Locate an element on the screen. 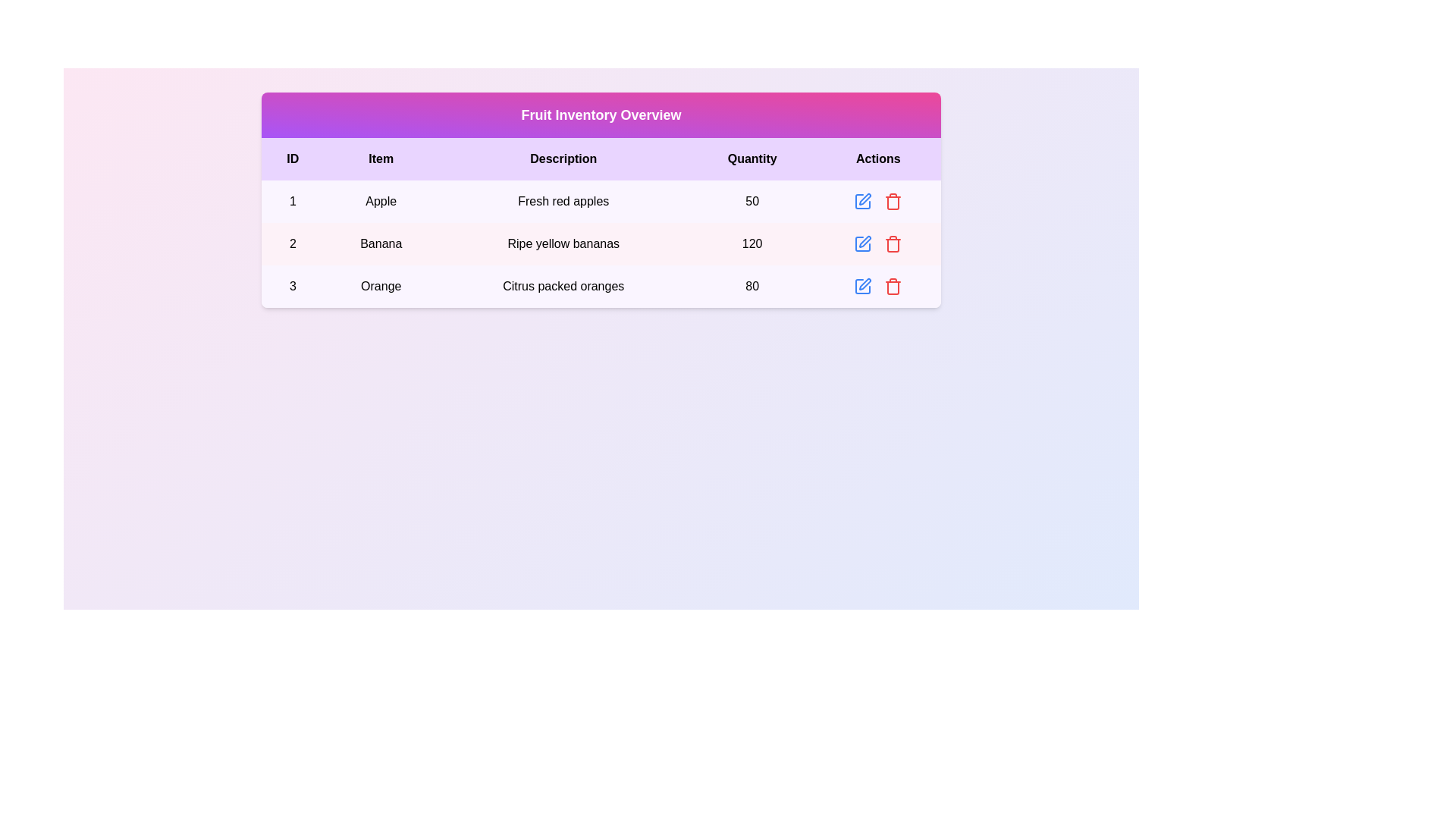  the row corresponding to 3 is located at coordinates (600, 287).